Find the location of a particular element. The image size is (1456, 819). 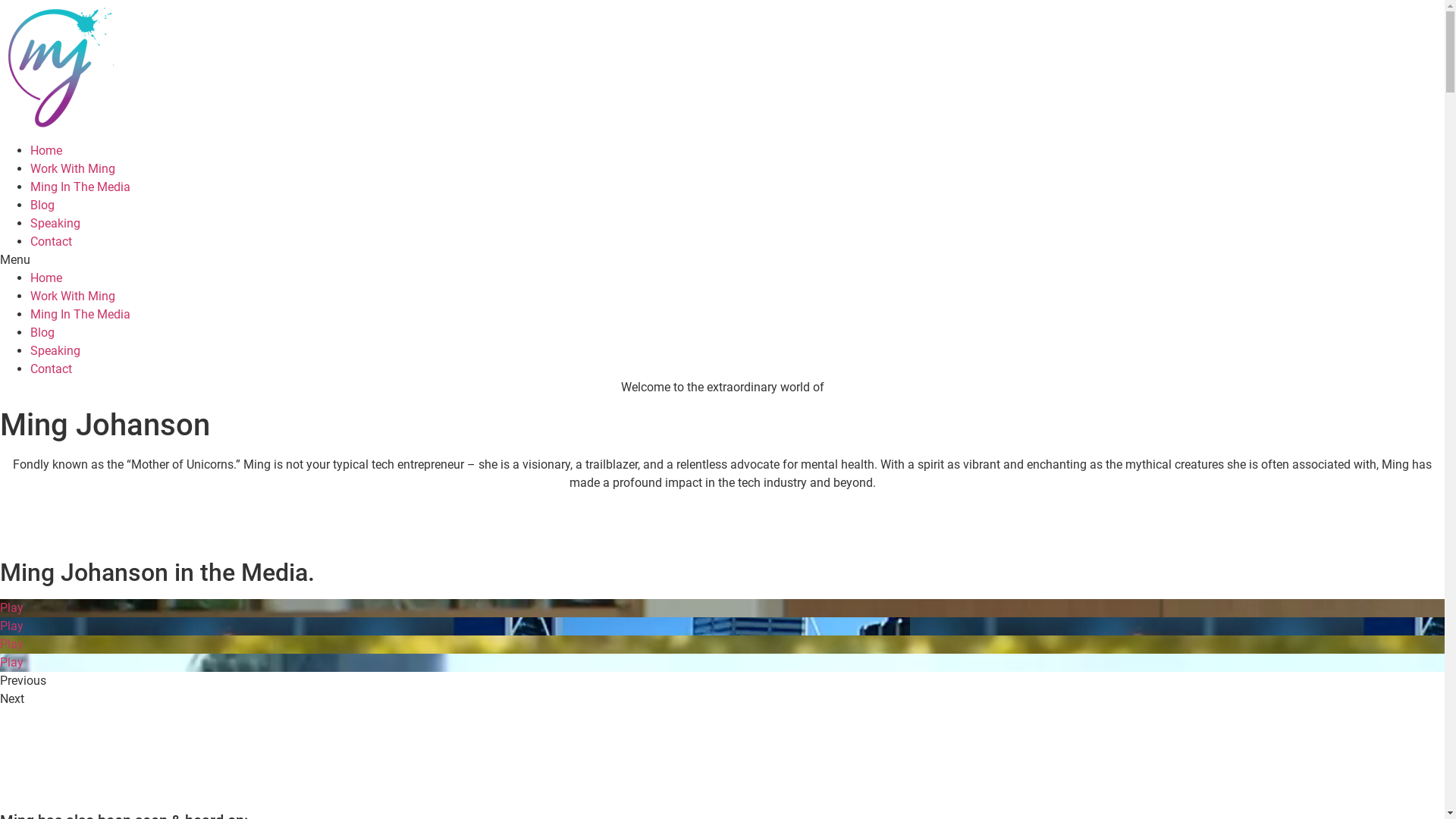

'MJ HORIZ Colour Light Bkgnd CMYK' is located at coordinates (0, 67).